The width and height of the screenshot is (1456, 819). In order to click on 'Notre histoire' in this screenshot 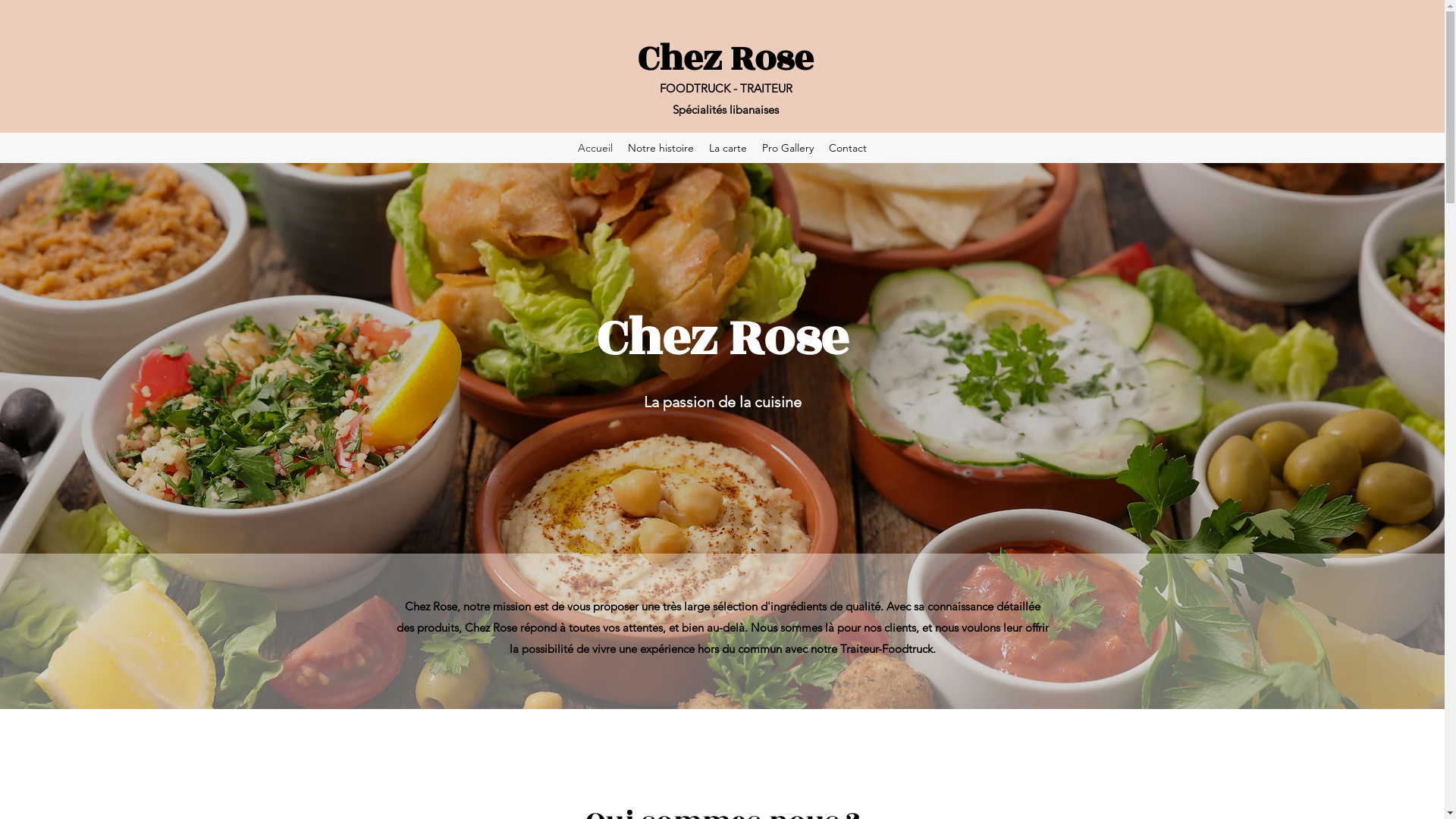, I will do `click(620, 148)`.